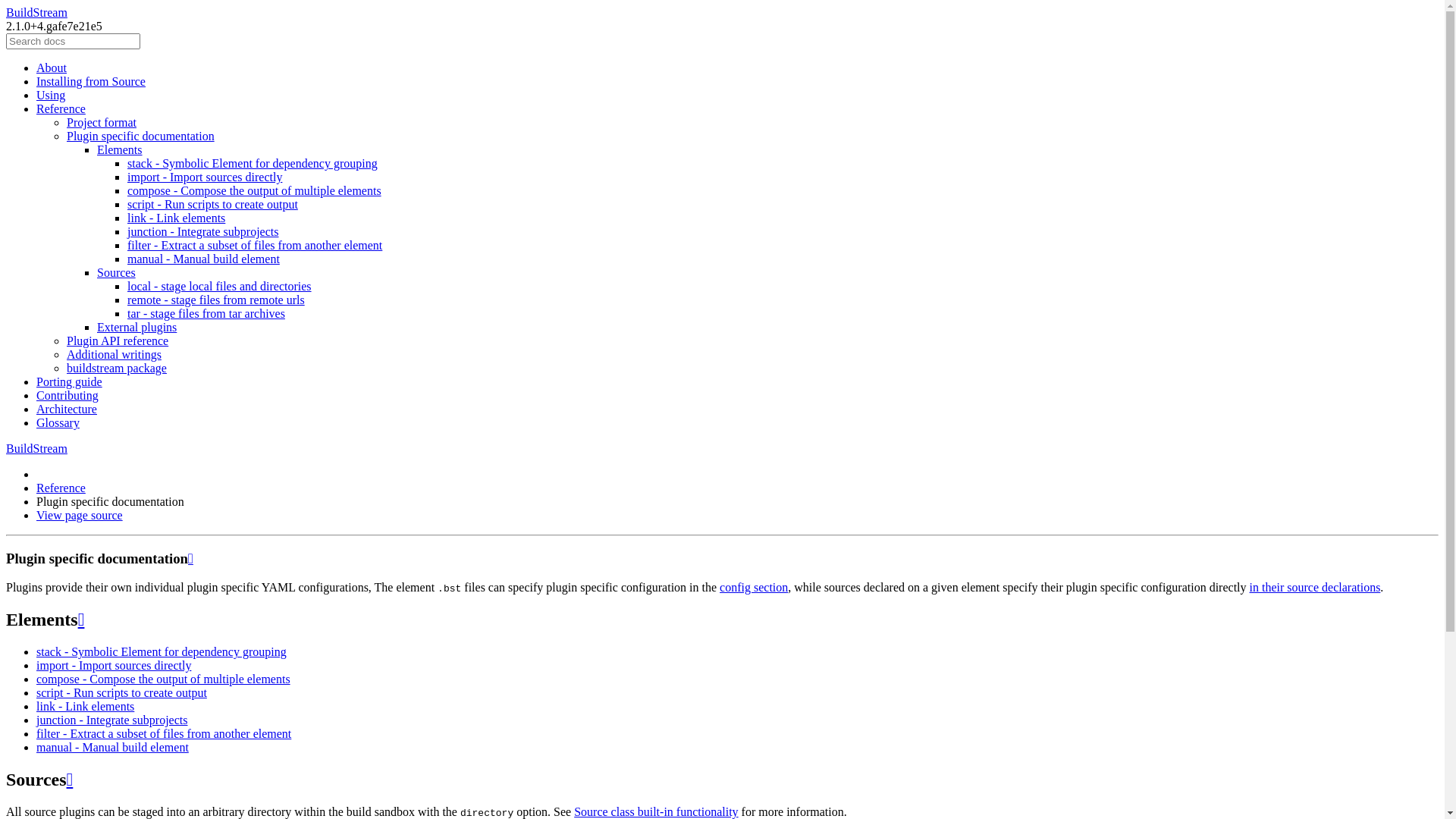 The image size is (1456, 819). Describe the element at coordinates (1314, 586) in the screenshot. I see `'in their source declarations'` at that location.